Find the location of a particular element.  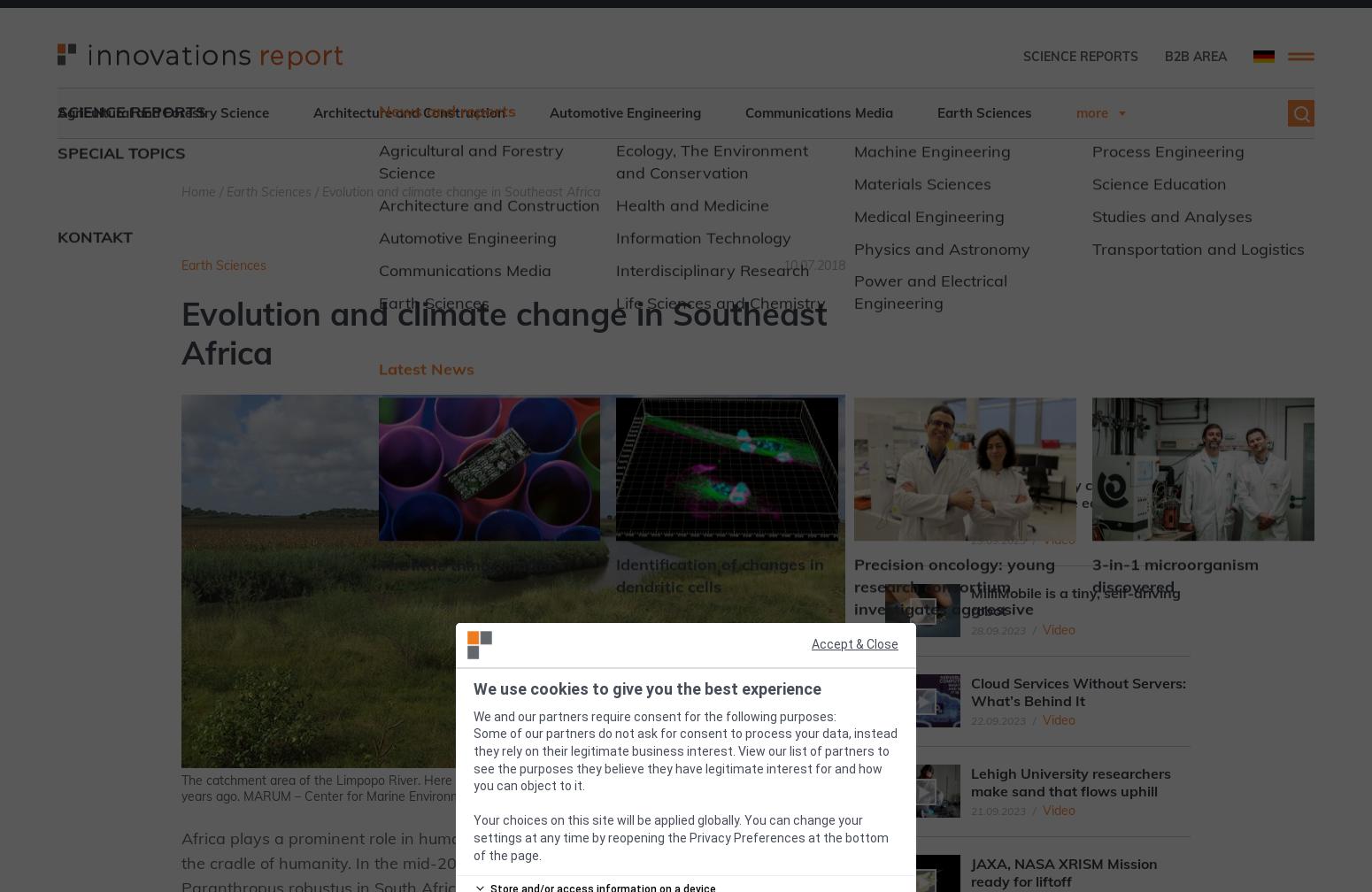

'Home' is located at coordinates (197, 192).